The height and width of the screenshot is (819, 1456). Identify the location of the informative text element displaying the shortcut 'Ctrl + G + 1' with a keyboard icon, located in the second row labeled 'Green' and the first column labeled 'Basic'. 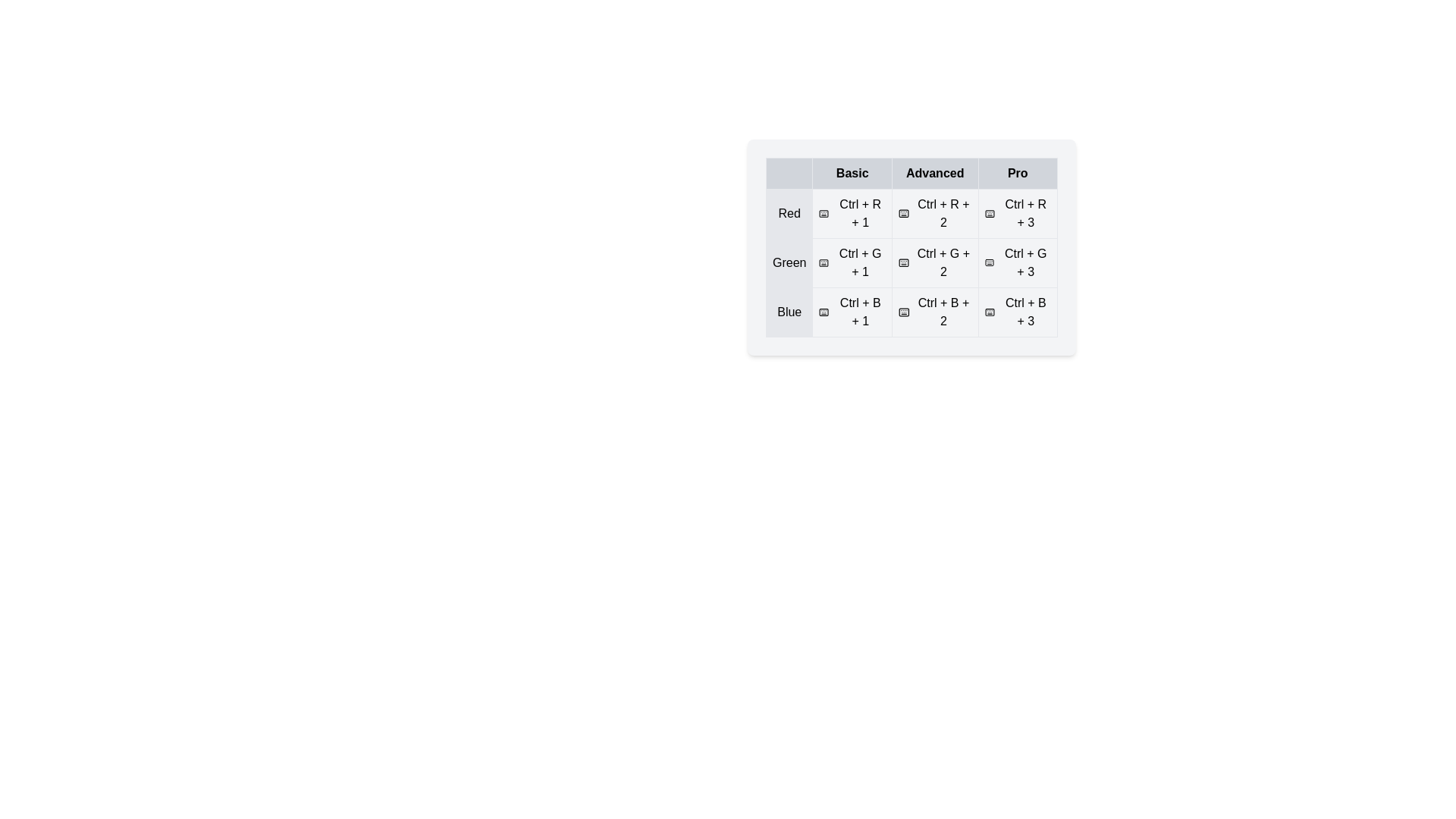
(852, 262).